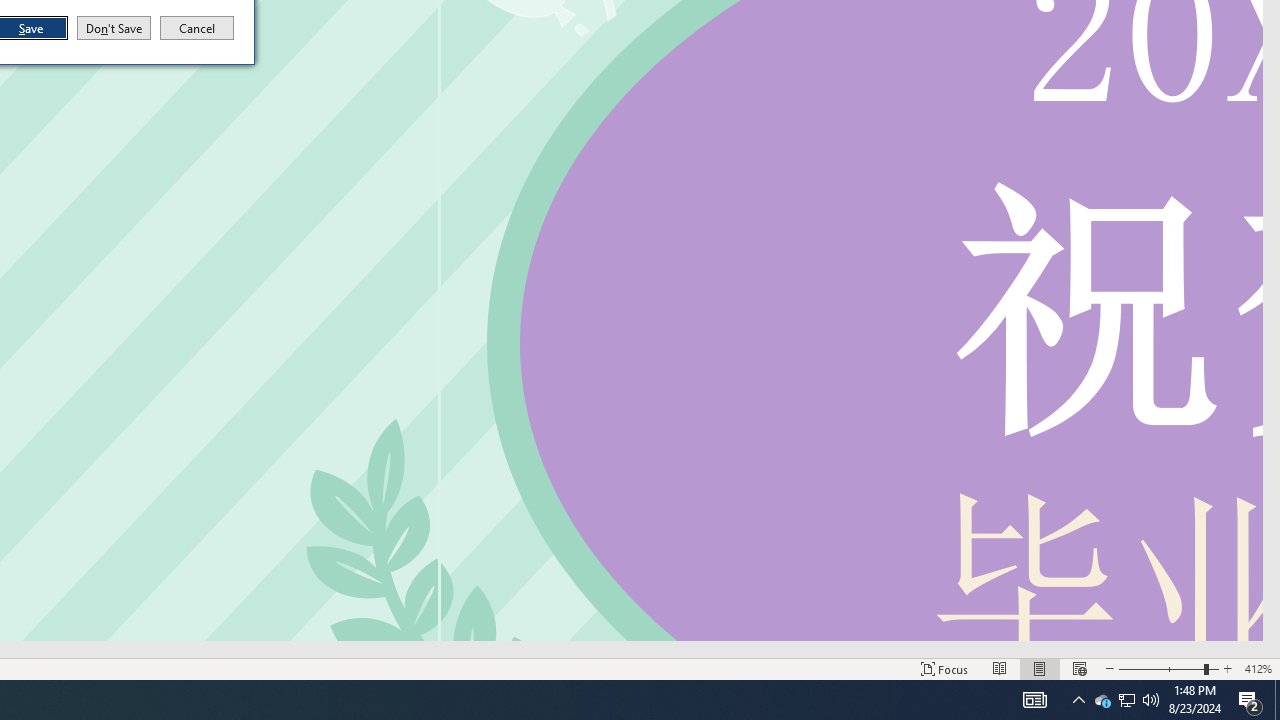 The height and width of the screenshot is (720, 1280). Describe the element at coordinates (1250, 698) in the screenshot. I see `'Action Center, 2 new notifications'` at that location.